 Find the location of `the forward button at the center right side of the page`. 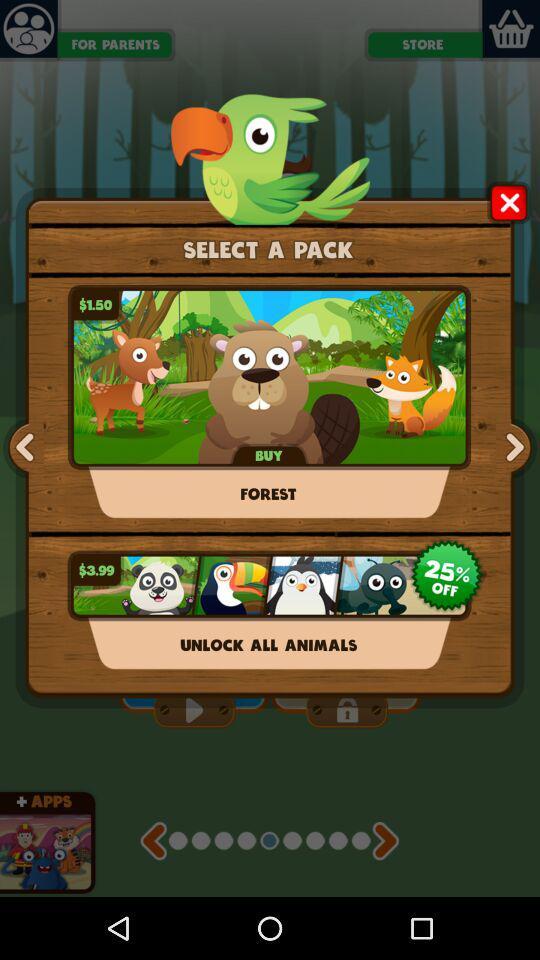

the forward button at the center right side of the page is located at coordinates (512, 448).